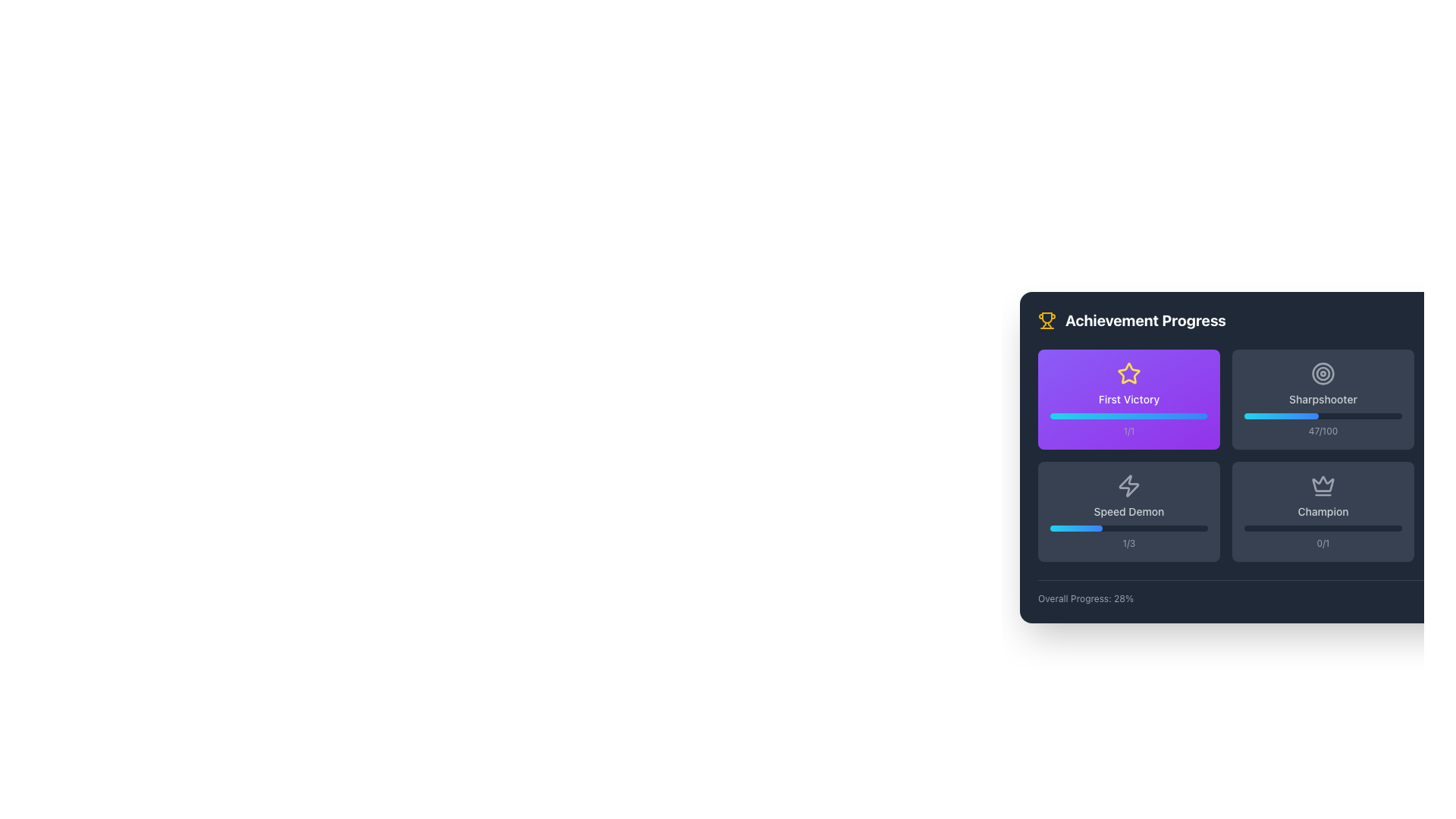 This screenshot has height=819, width=1456. Describe the element at coordinates (1128, 512) in the screenshot. I see `the second Achievement progress card in the 'Achievement Progress' section` at that location.